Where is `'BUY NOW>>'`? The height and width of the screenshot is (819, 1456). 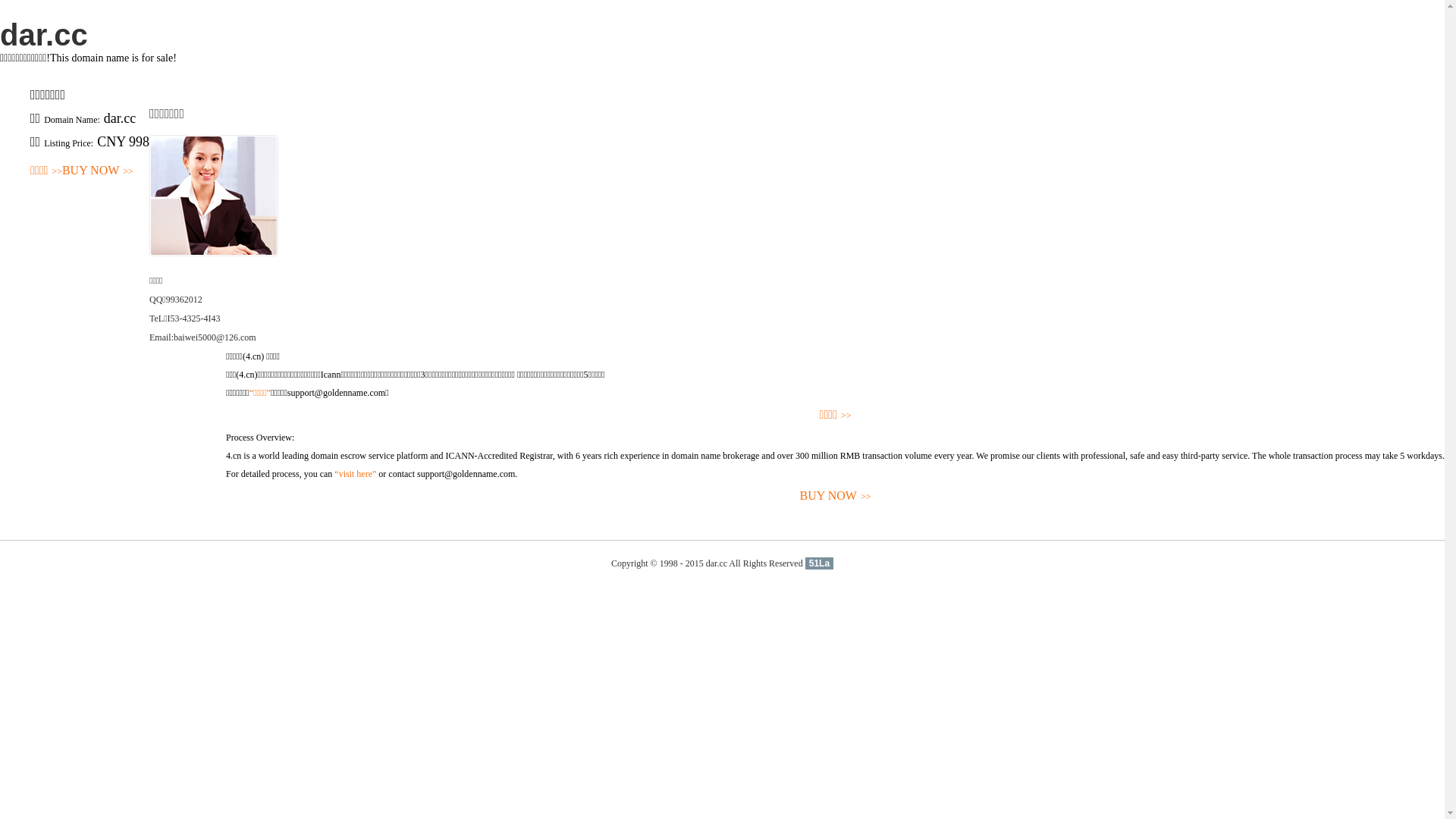
'BUY NOW>>' is located at coordinates (61, 171).